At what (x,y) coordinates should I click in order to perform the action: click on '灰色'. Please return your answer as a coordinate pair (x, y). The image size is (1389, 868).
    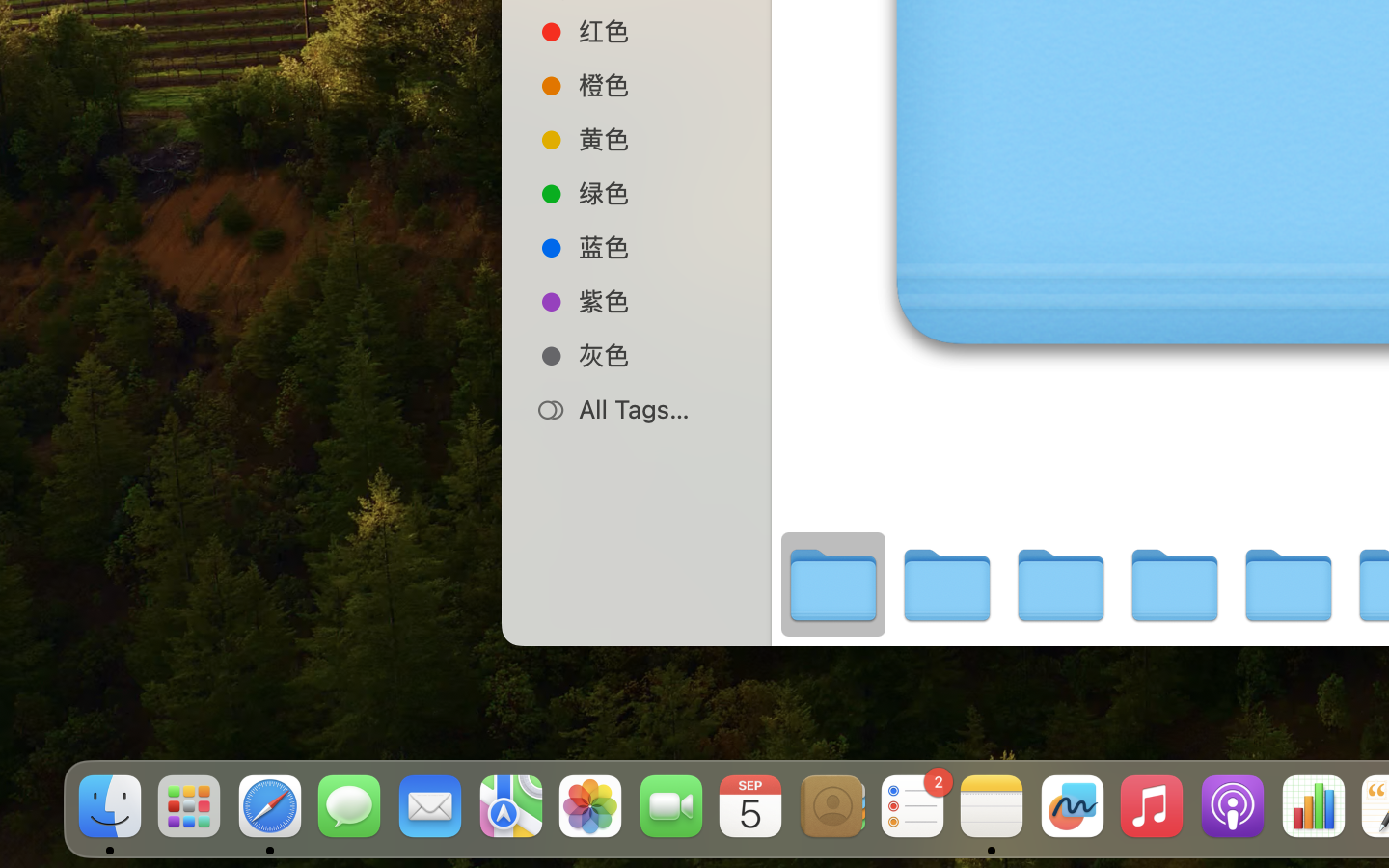
    Looking at the image, I should click on (656, 355).